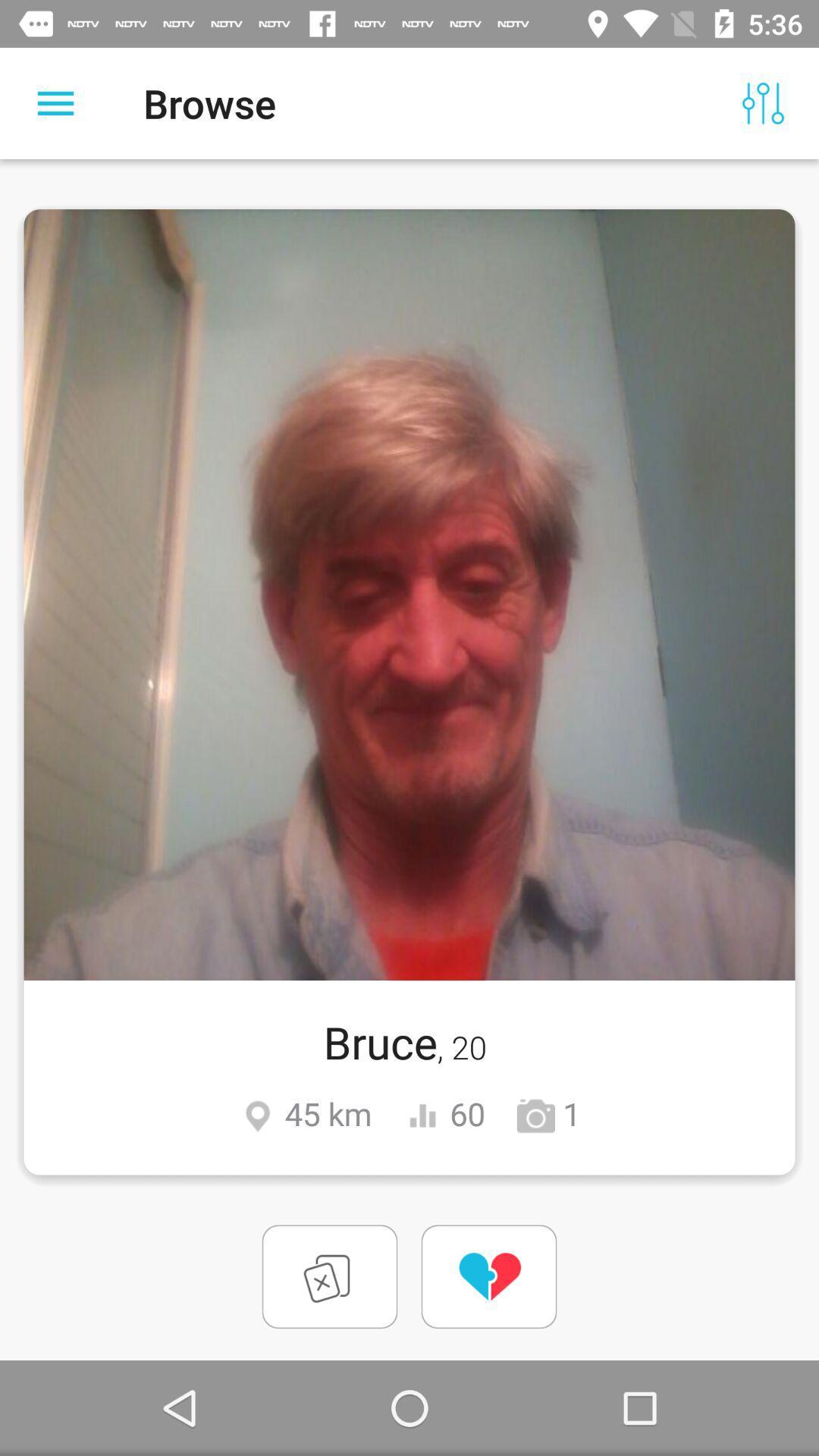 The height and width of the screenshot is (1456, 819). What do you see at coordinates (55, 102) in the screenshot?
I see `item next to browse item` at bounding box center [55, 102].